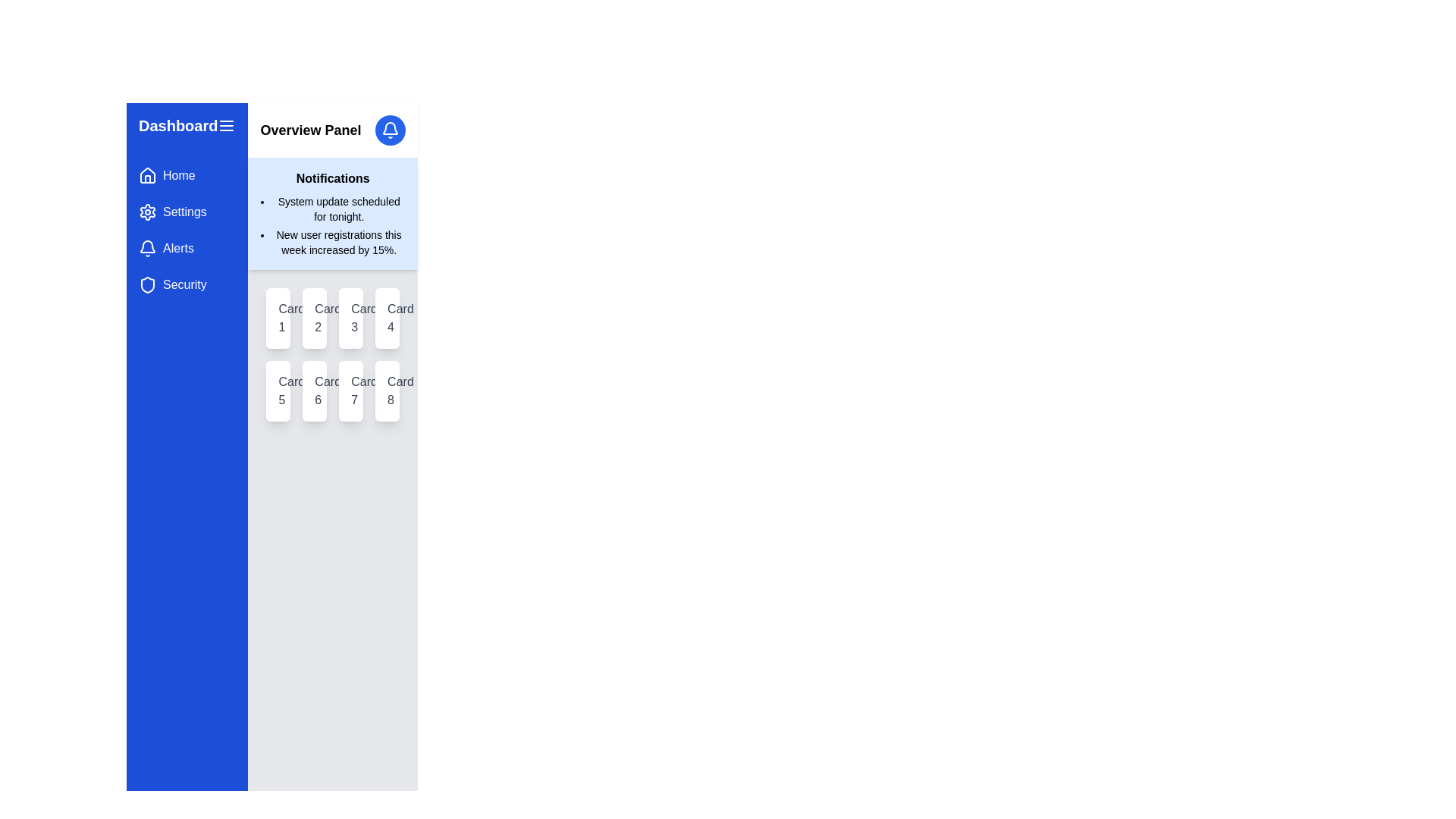 This screenshot has height=819, width=1456. Describe the element at coordinates (148, 284) in the screenshot. I see `the 'Security' shield icon located in the vertical navigation bar on the left side, positioned below the 'Alerts' section` at that location.